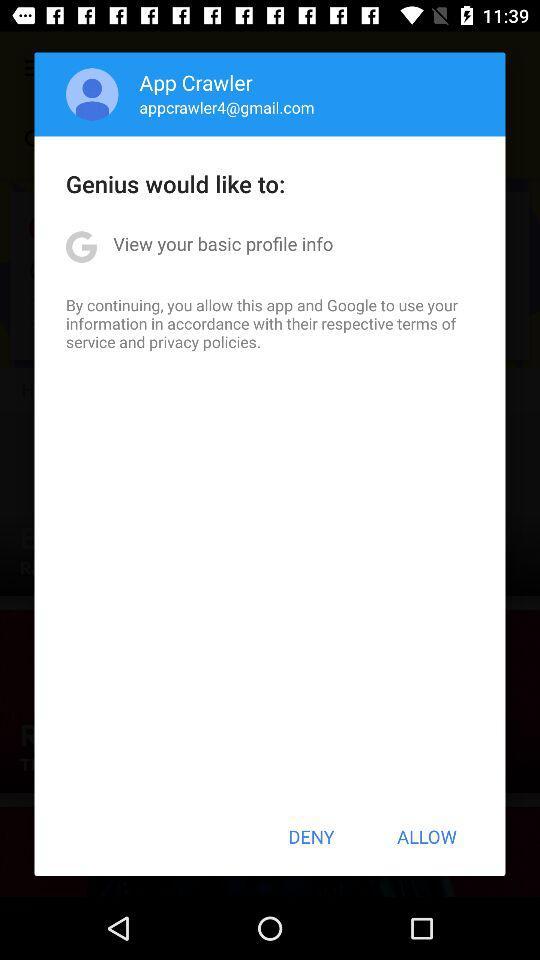 This screenshot has width=540, height=960. I want to click on view your basic app, so click(222, 242).